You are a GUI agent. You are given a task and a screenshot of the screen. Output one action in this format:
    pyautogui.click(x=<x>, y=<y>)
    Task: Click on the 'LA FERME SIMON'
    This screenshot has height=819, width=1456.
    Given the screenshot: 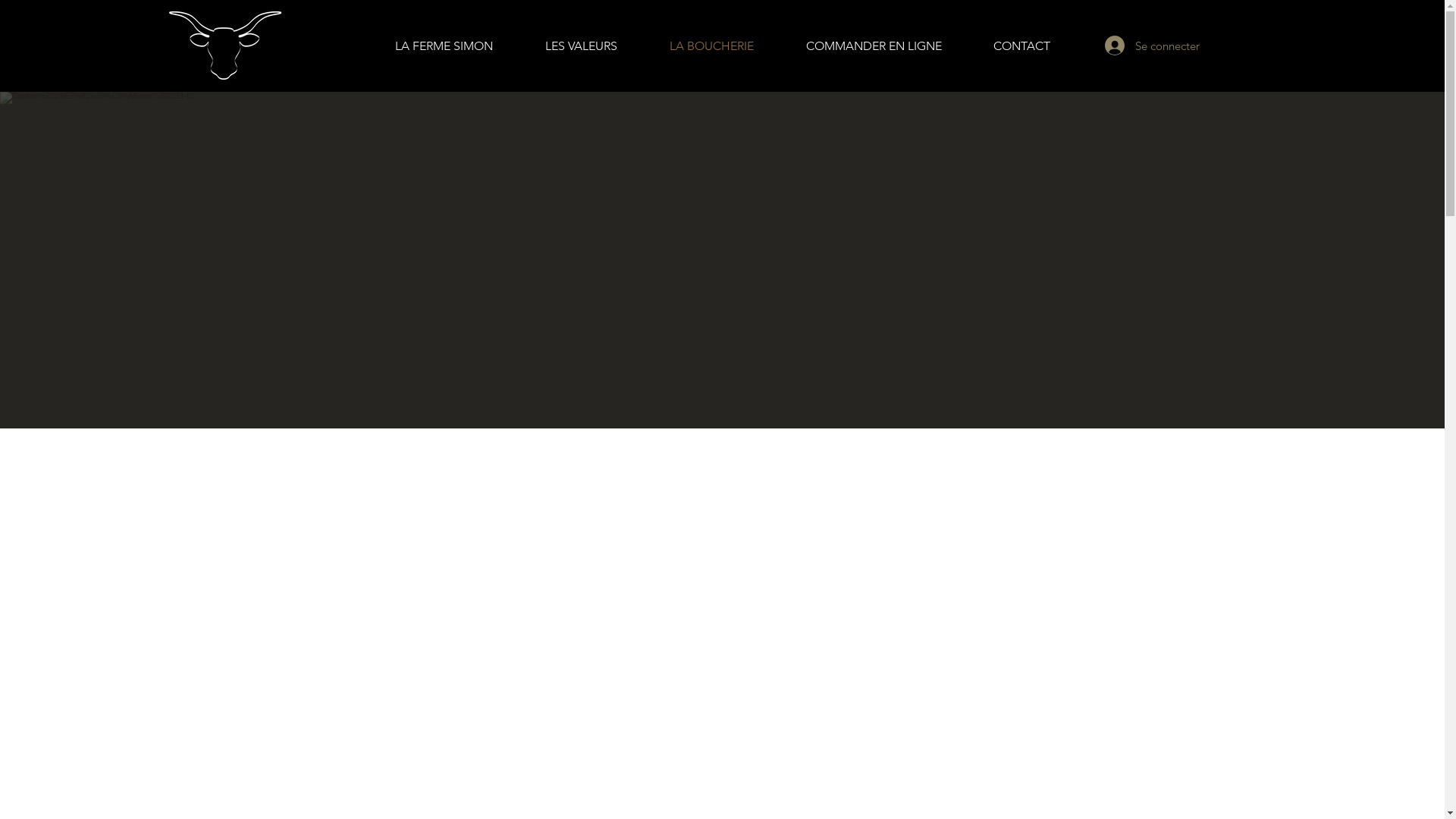 What is the action you would take?
    pyautogui.click(x=368, y=45)
    